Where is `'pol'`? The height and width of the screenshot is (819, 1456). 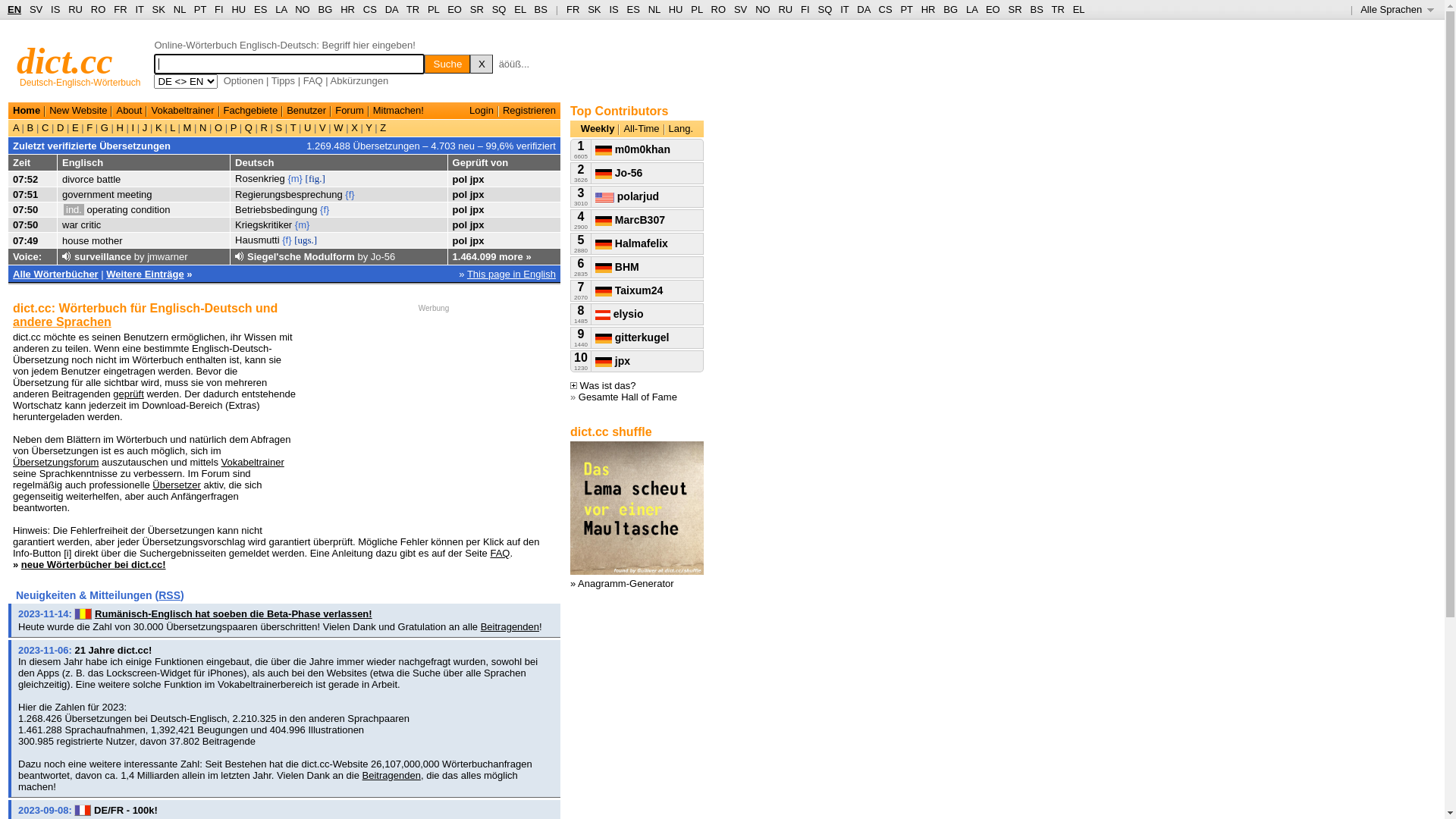
'pol' is located at coordinates (459, 177).